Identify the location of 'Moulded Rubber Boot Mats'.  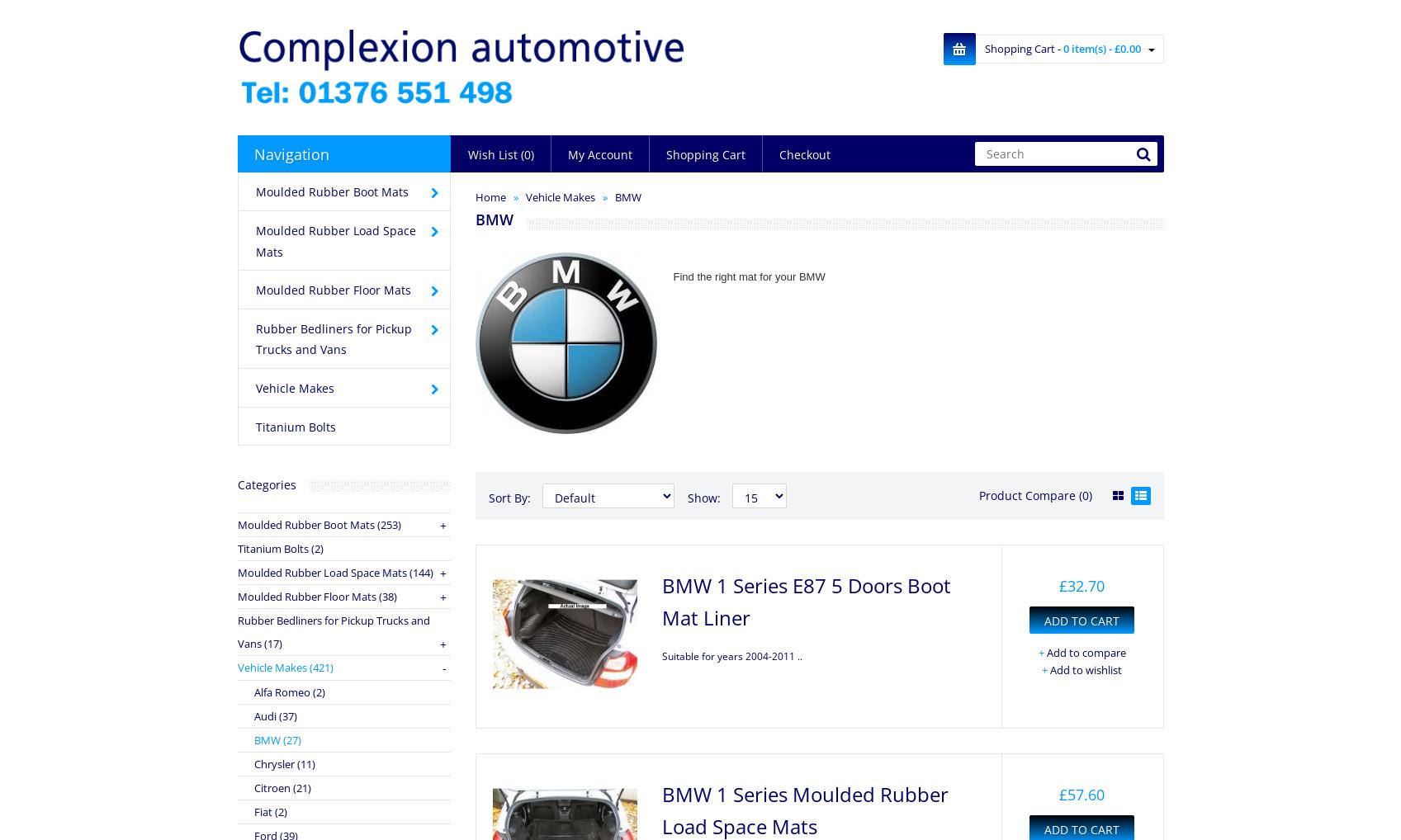
(330, 191).